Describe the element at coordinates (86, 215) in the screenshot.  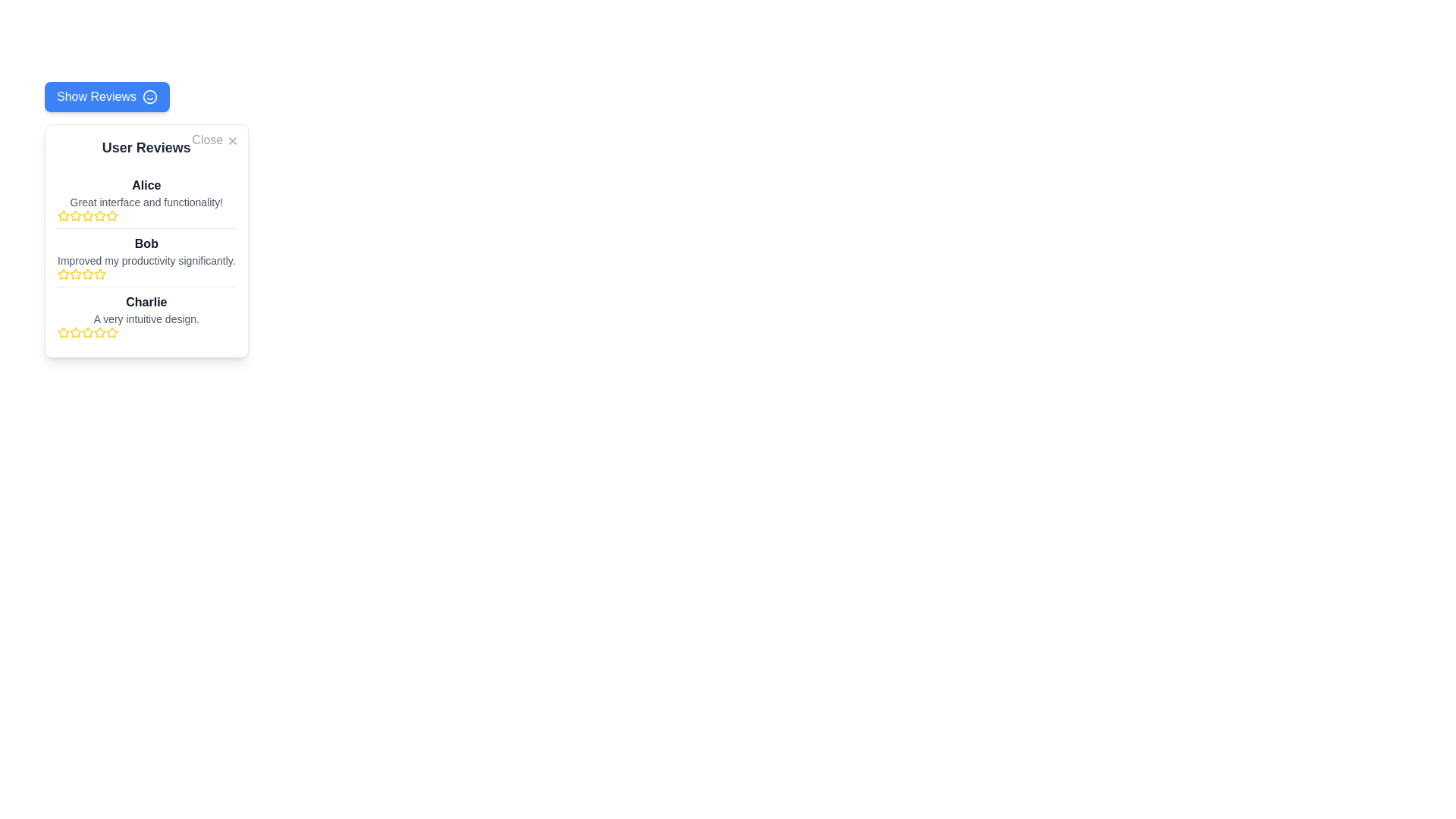
I see `the second yellow star icon in the 5-star rating component under the user 'Alice'` at that location.